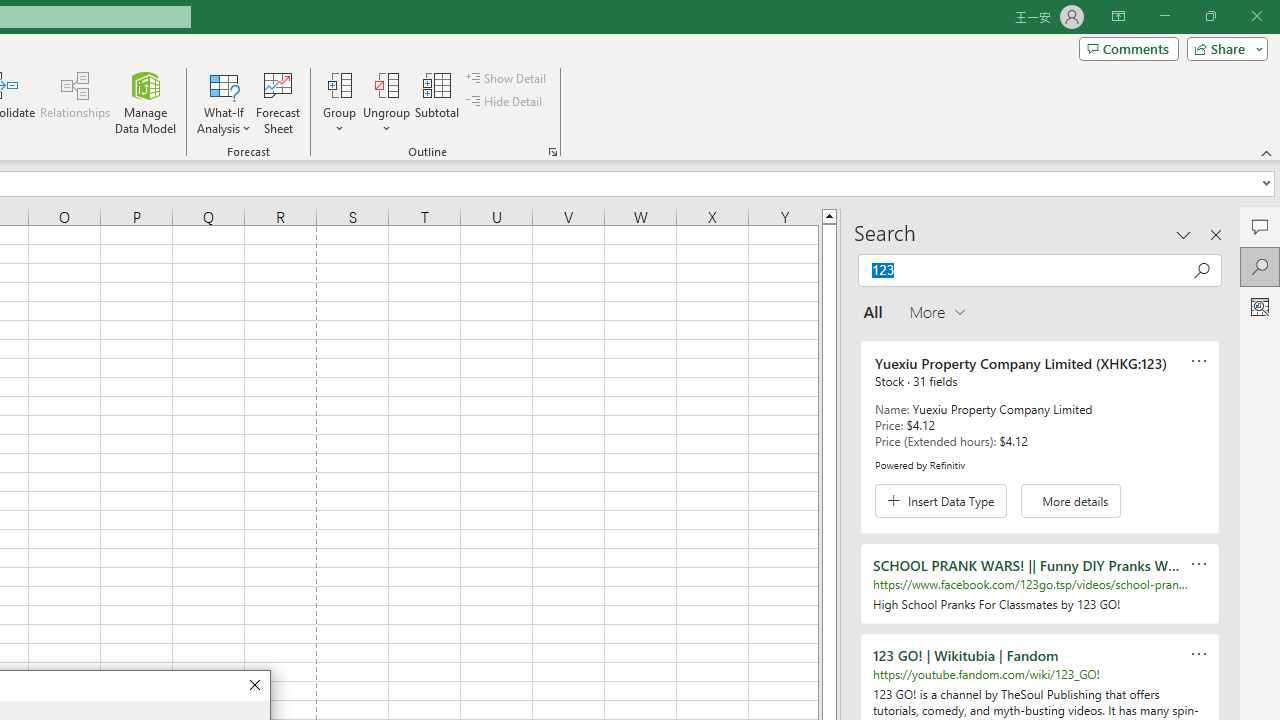 This screenshot has width=1280, height=720. Describe the element at coordinates (1117, 16) in the screenshot. I see `'Ribbon Display Options'` at that location.